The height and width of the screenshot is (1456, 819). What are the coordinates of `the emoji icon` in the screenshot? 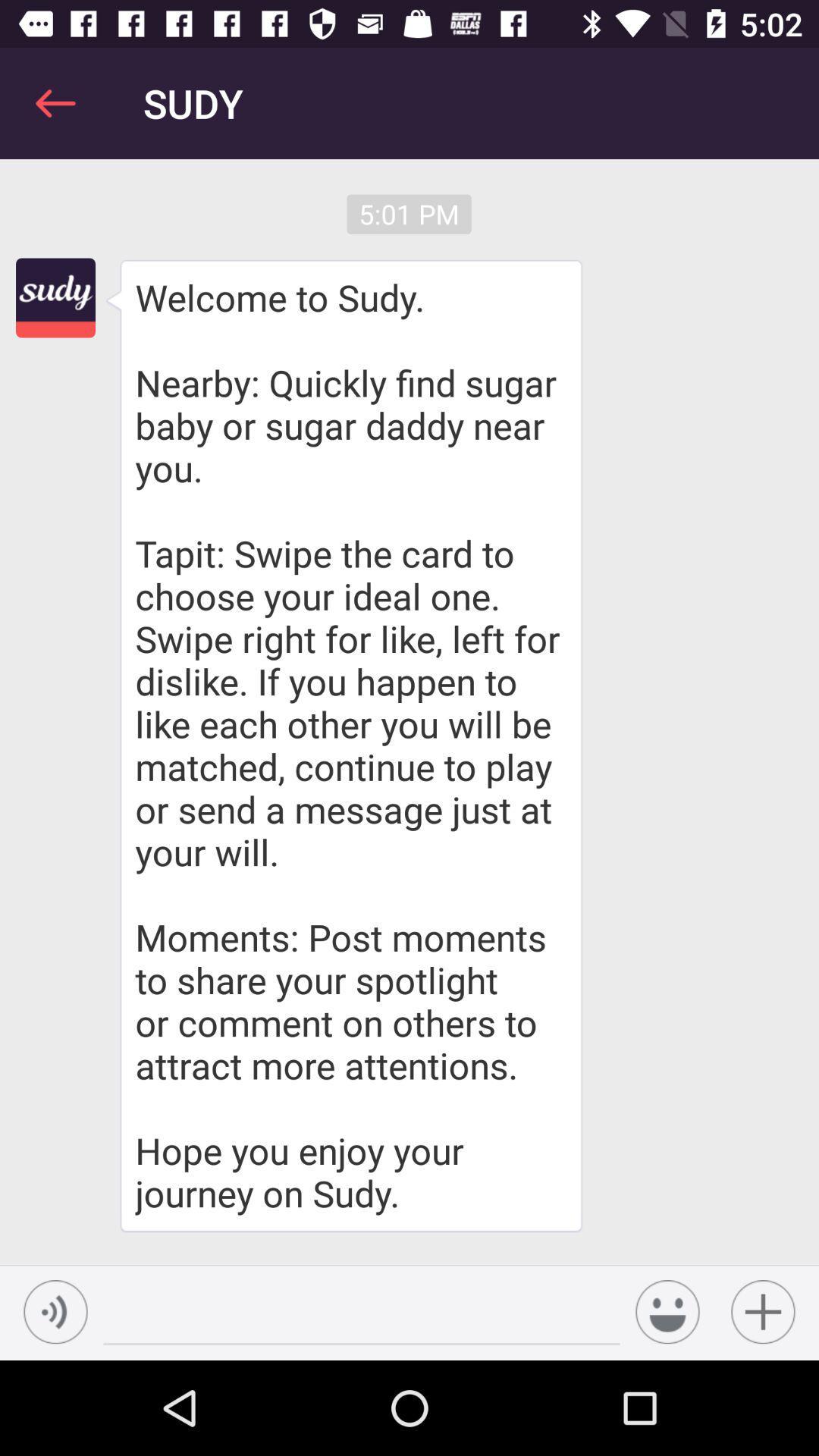 It's located at (667, 1311).